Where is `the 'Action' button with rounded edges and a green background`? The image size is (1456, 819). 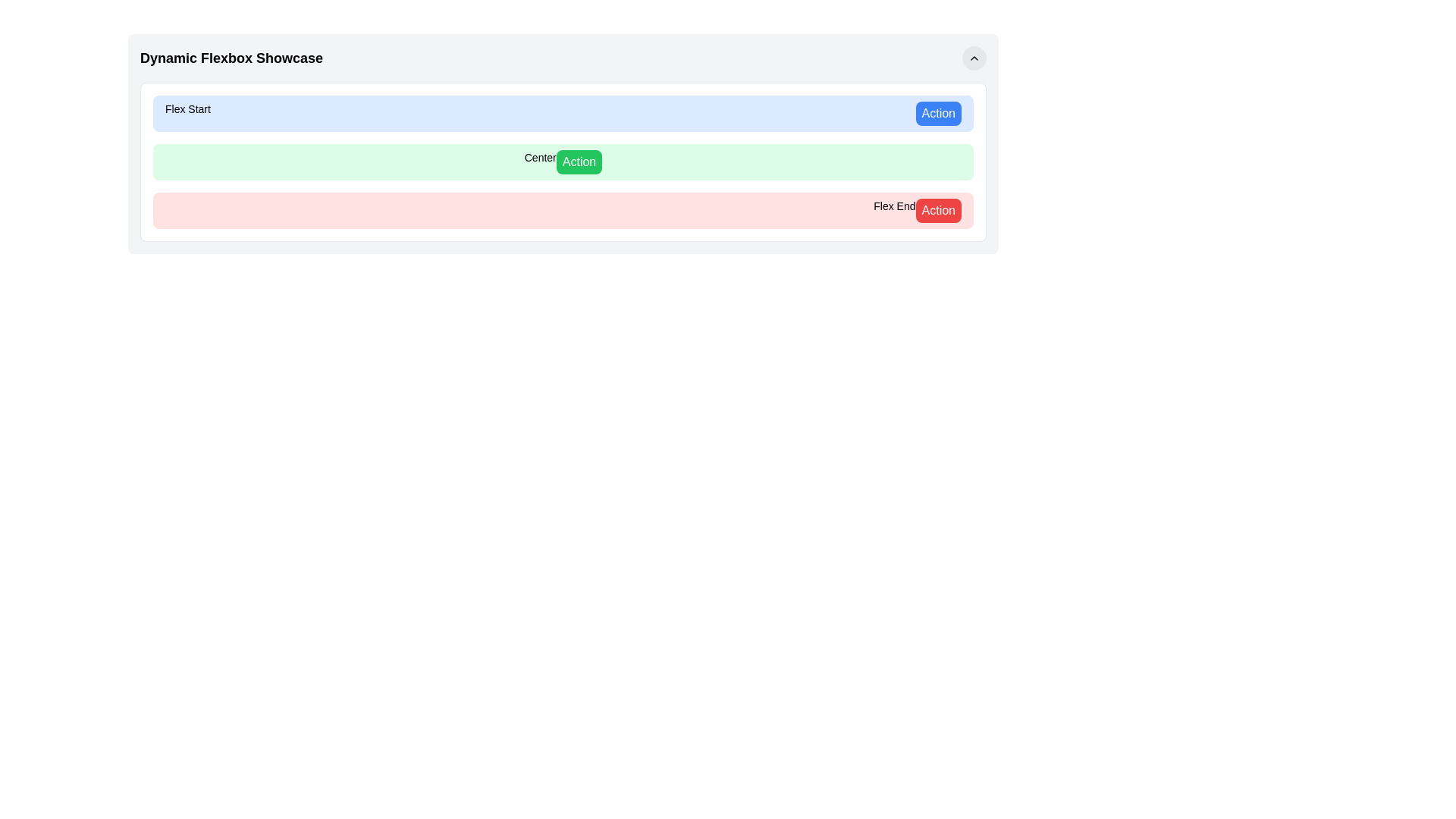 the 'Action' button with rounded edges and a green background is located at coordinates (578, 162).